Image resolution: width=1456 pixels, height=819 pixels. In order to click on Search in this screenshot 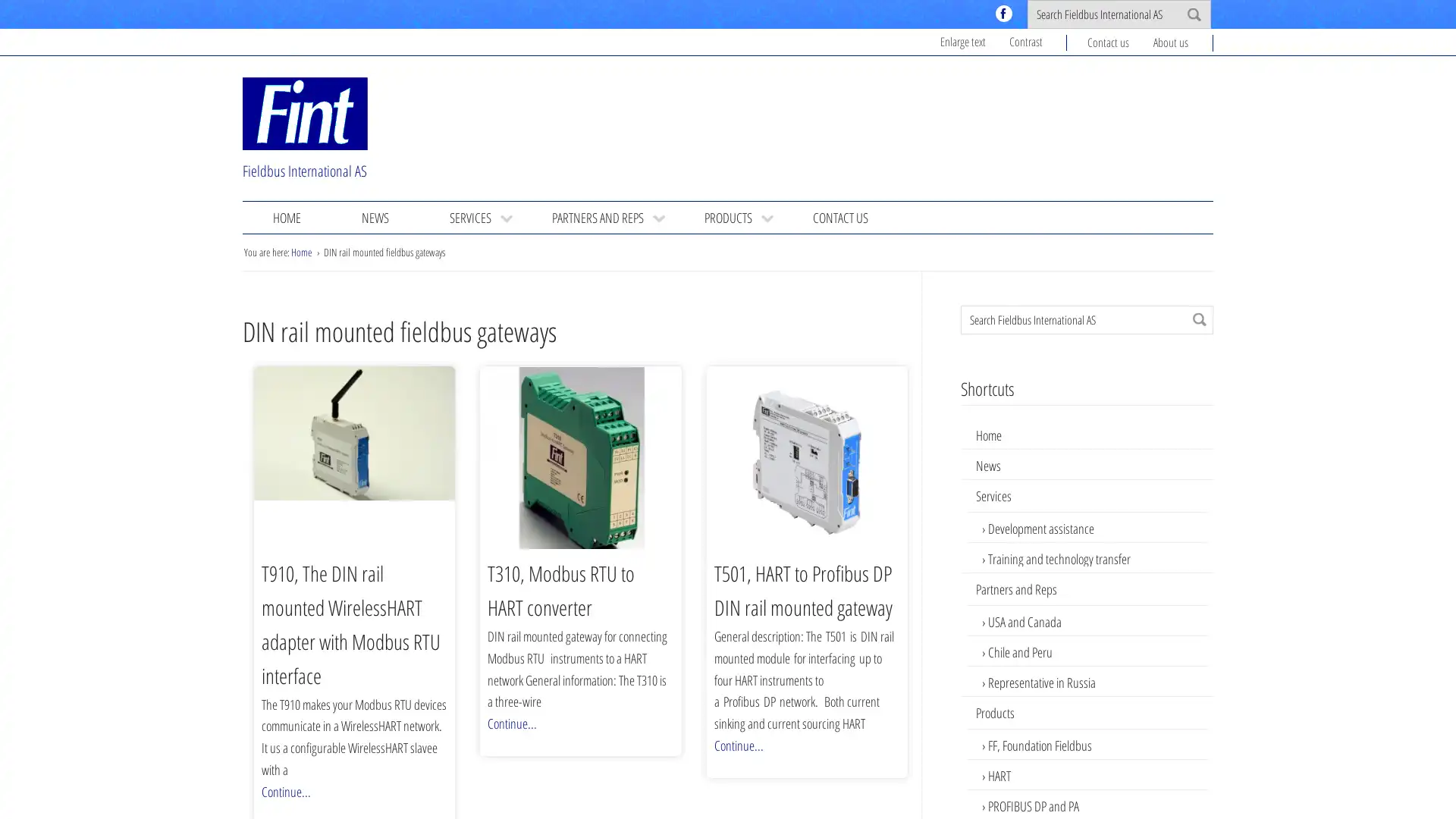, I will do `click(1193, 14)`.